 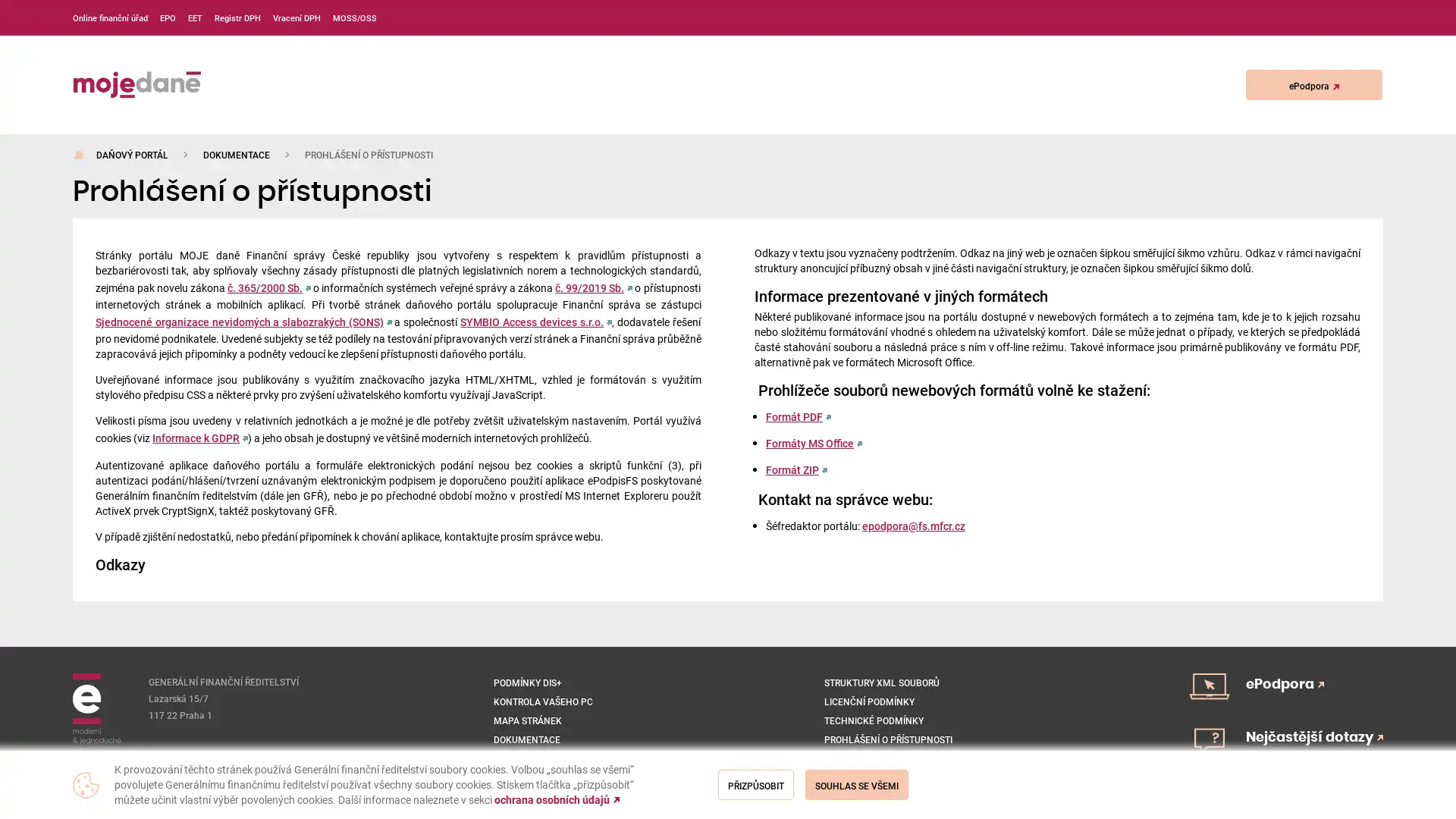 I want to click on Prizpusobit, so click(x=756, y=784).